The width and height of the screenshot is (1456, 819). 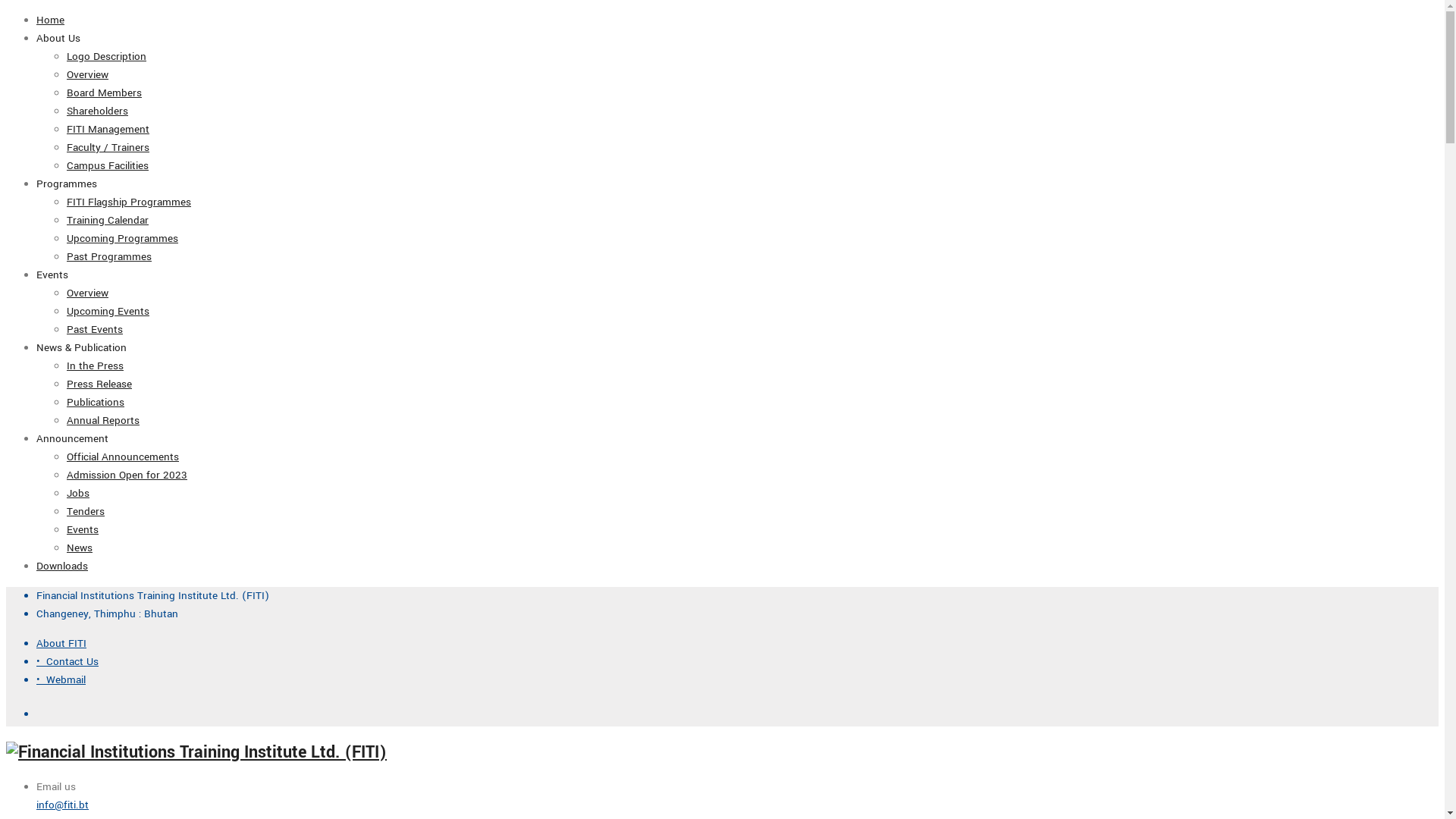 I want to click on 'Campus Facilities', so click(x=107, y=165).